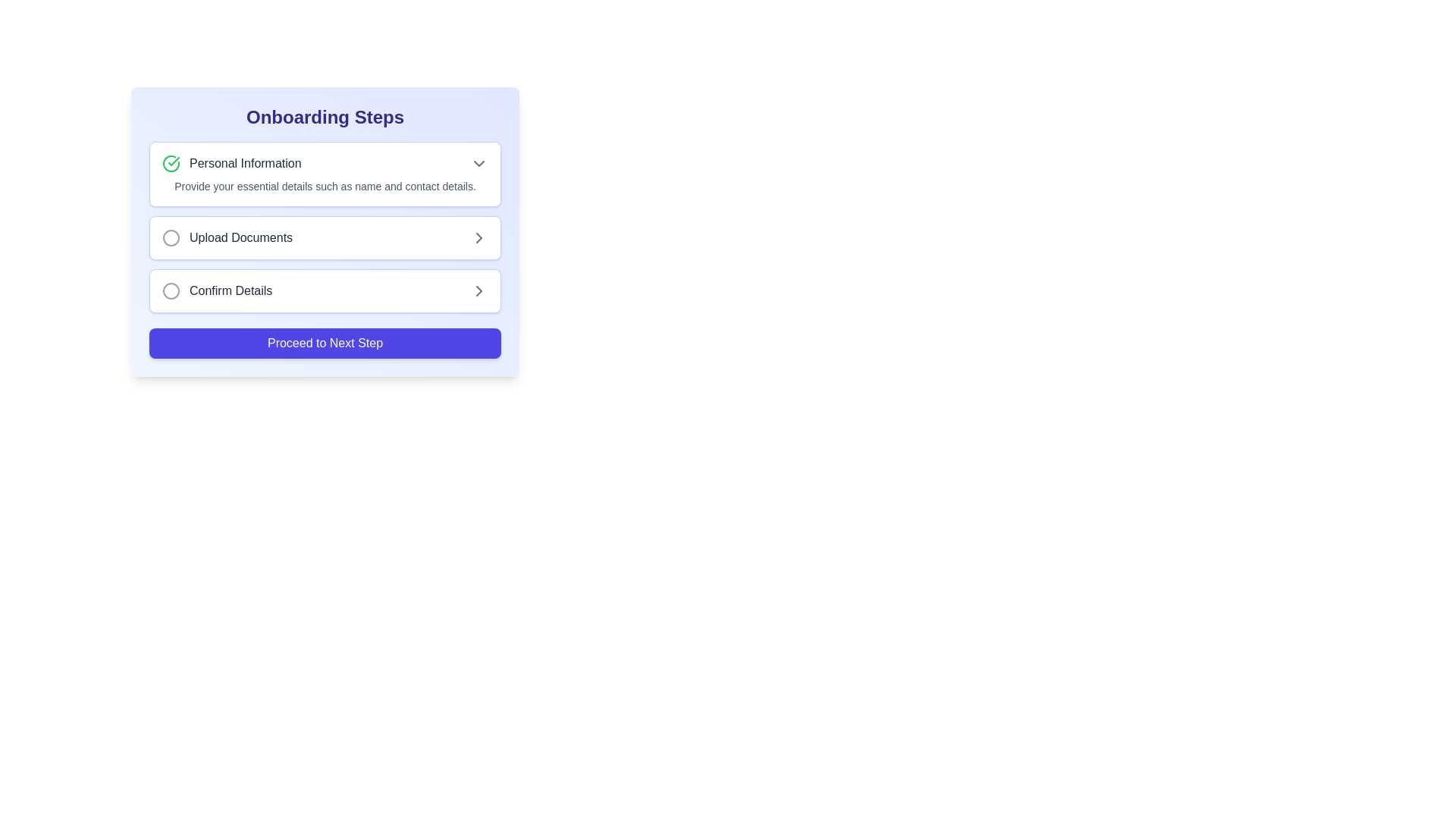 The height and width of the screenshot is (819, 1456). Describe the element at coordinates (230, 291) in the screenshot. I see `label displaying 'Confirm Details' which is part of the onboarding steps list, located between a circular icon and an arrow icon` at that location.